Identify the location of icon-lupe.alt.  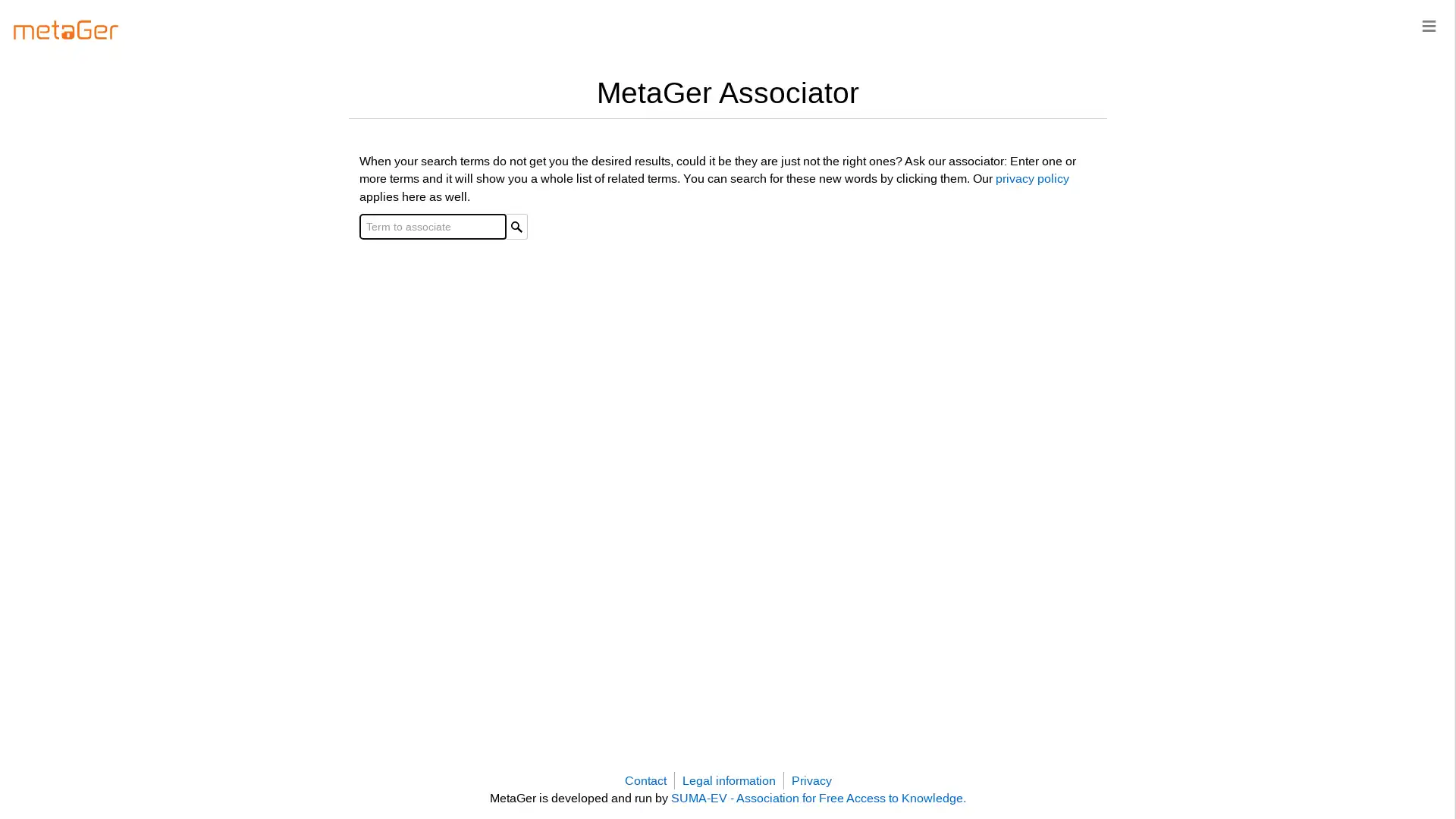
(516, 225).